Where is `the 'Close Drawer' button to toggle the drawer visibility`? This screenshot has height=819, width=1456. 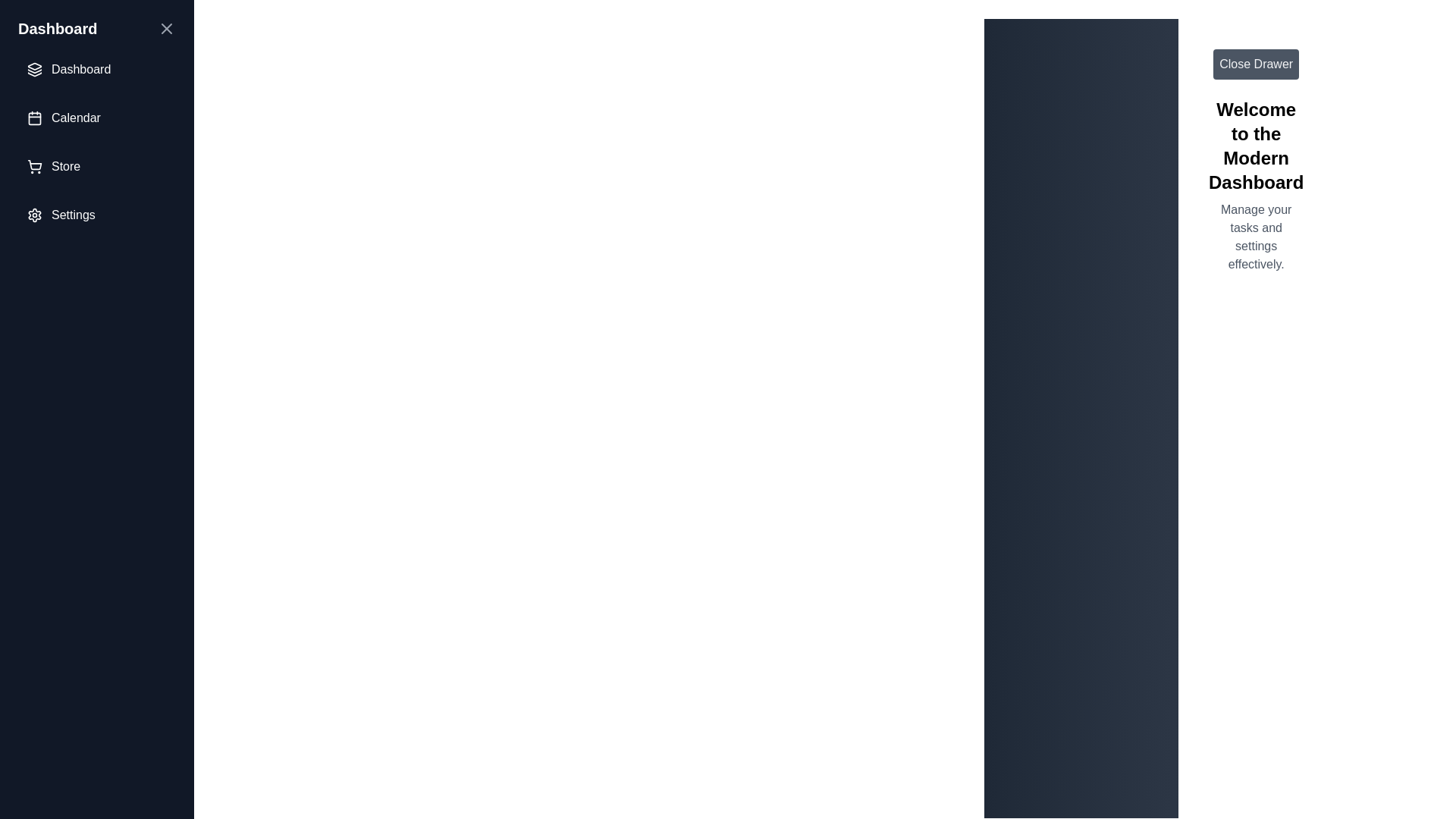
the 'Close Drawer' button to toggle the drawer visibility is located at coordinates (1256, 63).